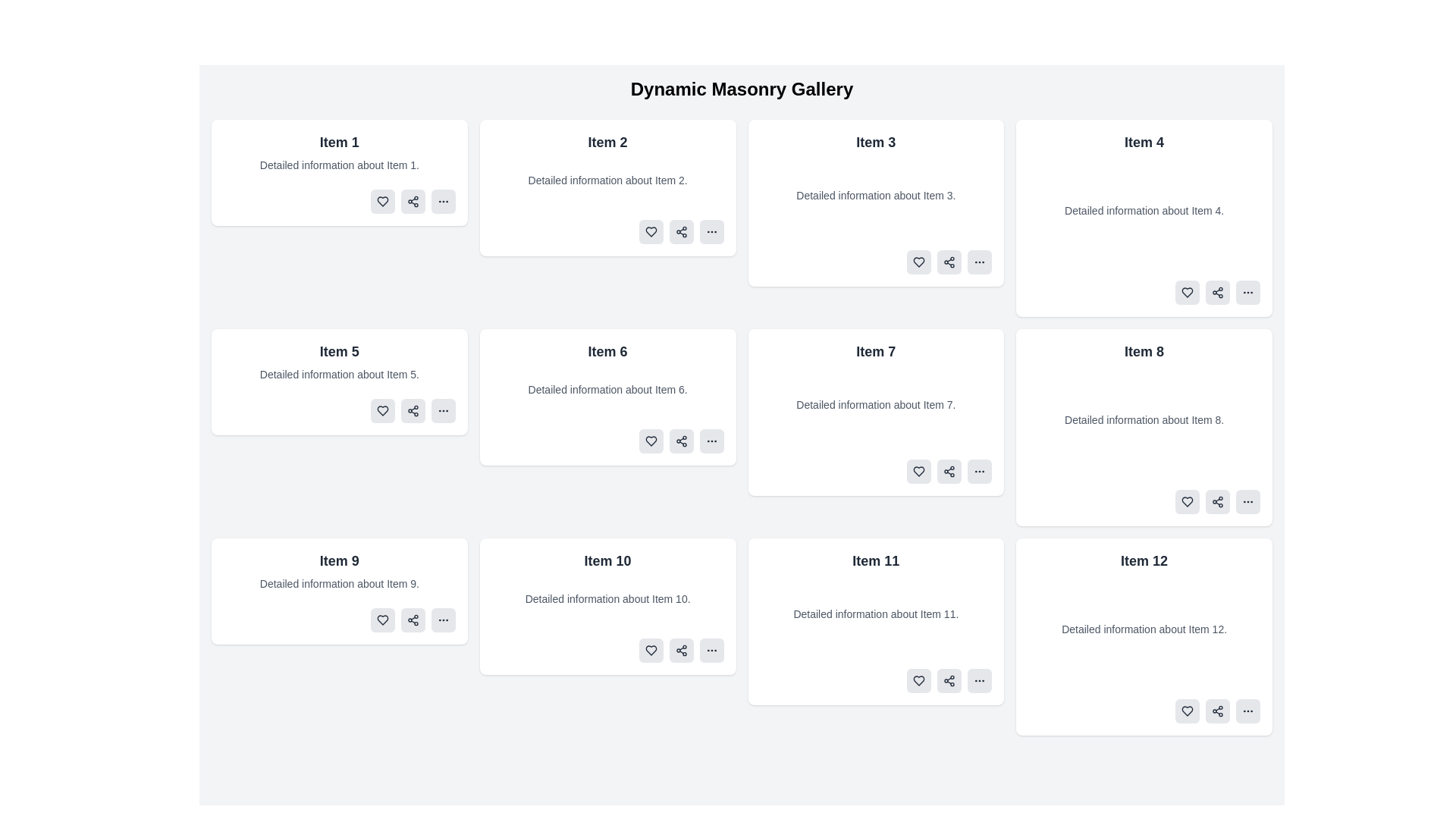 This screenshot has width=1456, height=819. What do you see at coordinates (1248, 711) in the screenshot?
I see `the ellipsis icon, which consists of three small, evenly spaced dots in a minimalist grayscale design, located at the bottom right corner of the card labeled 'Item 12'` at bounding box center [1248, 711].